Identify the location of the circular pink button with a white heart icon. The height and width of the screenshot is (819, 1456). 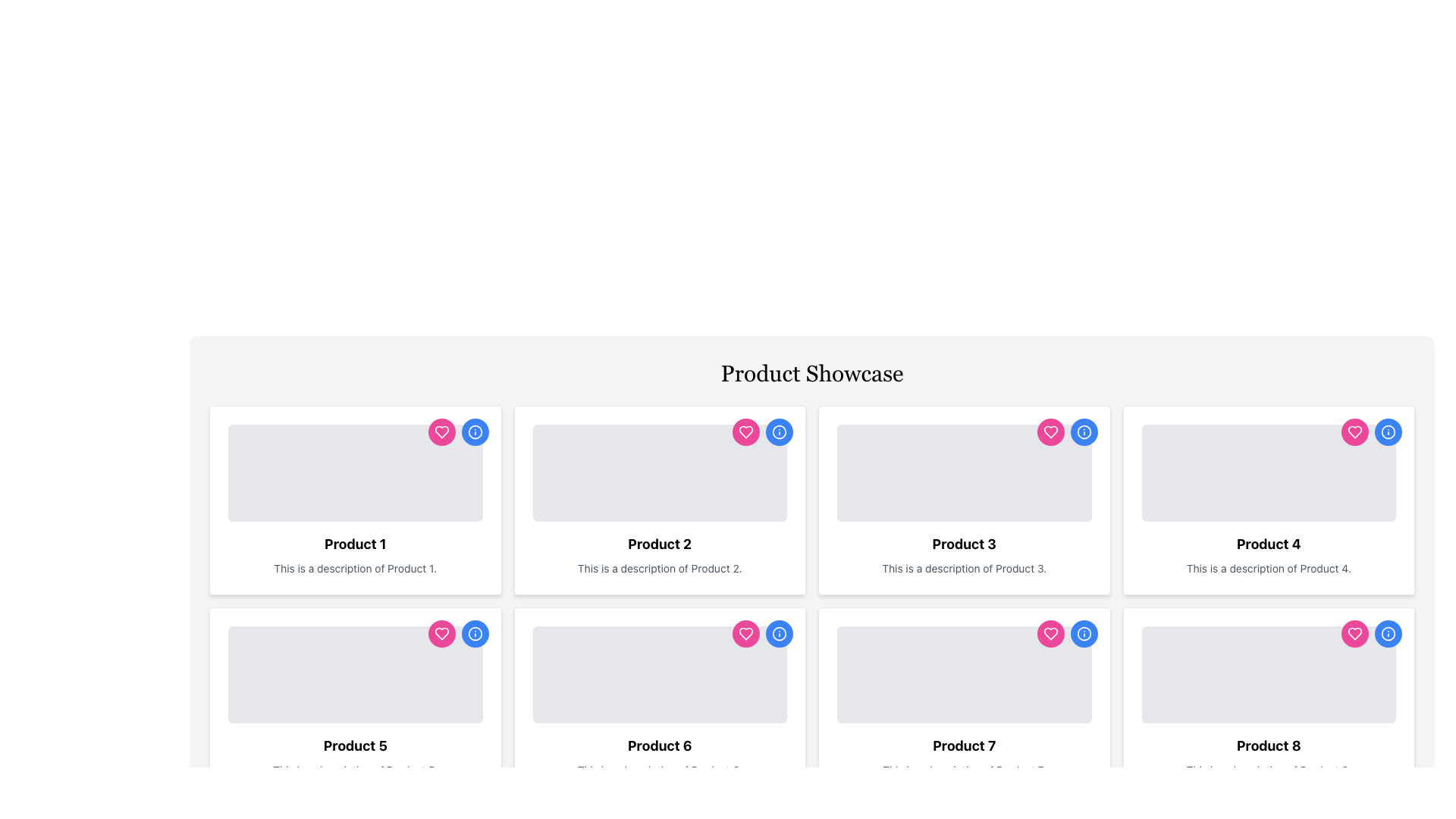
(1050, 432).